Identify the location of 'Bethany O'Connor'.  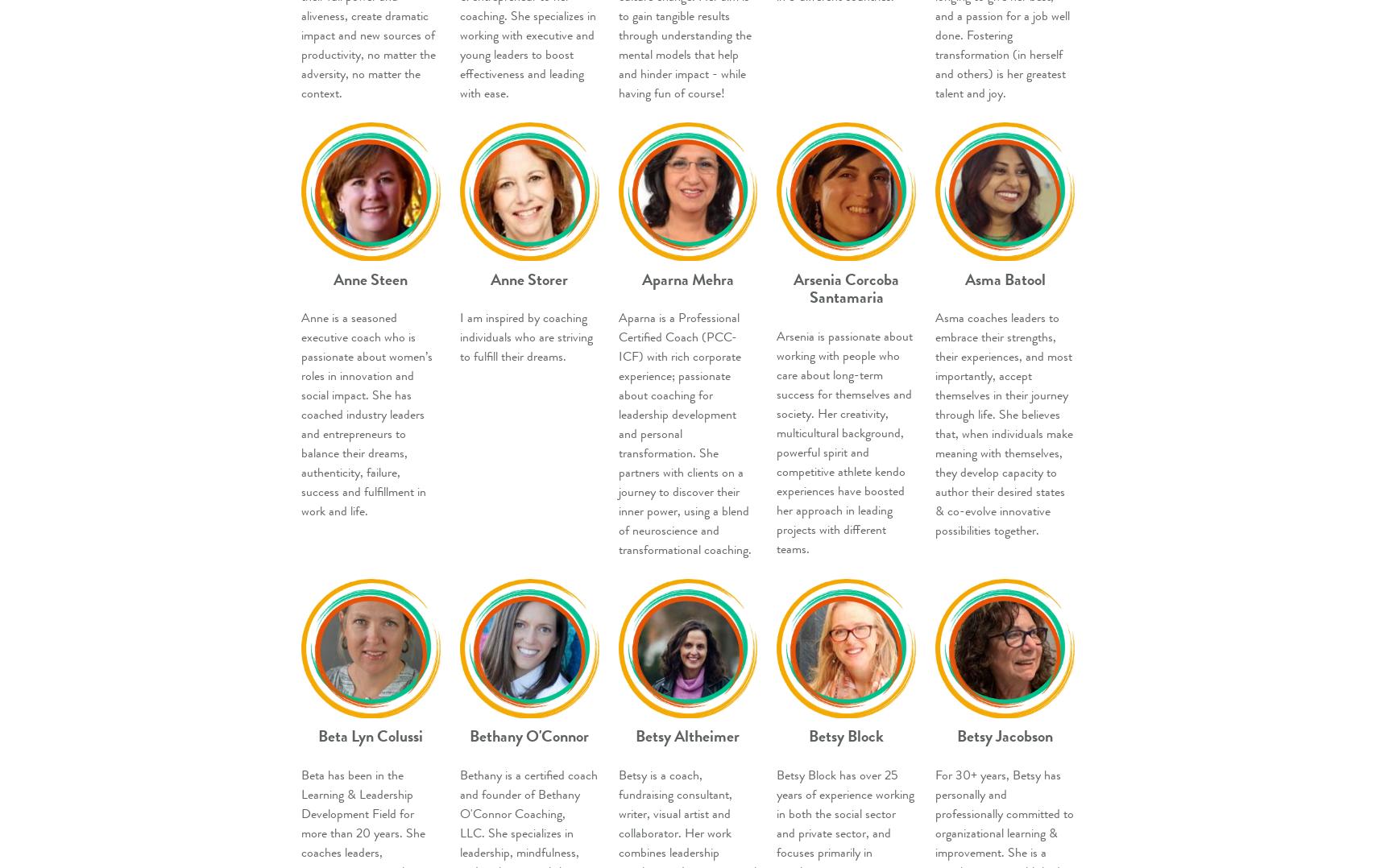
(529, 736).